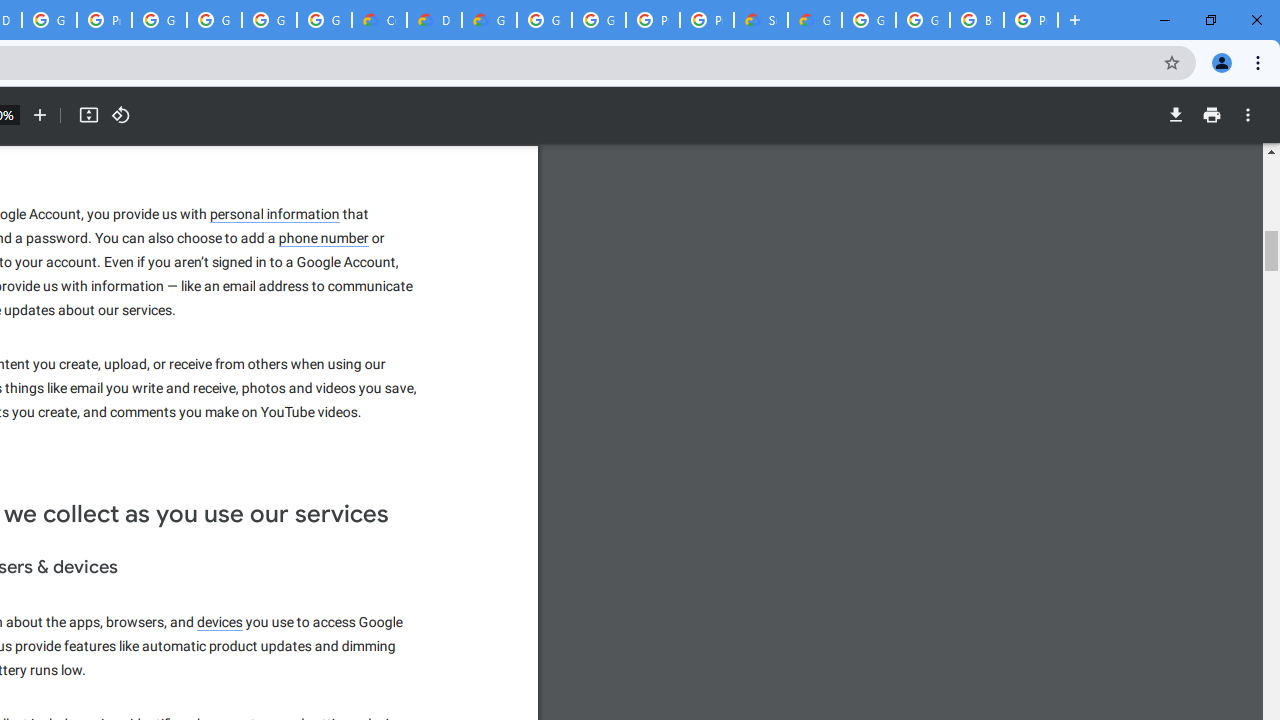 Image resolution: width=1280 pixels, height=720 pixels. What do you see at coordinates (489, 20) in the screenshot?
I see `'Gemini for Business and Developers | Google Cloud'` at bounding box center [489, 20].